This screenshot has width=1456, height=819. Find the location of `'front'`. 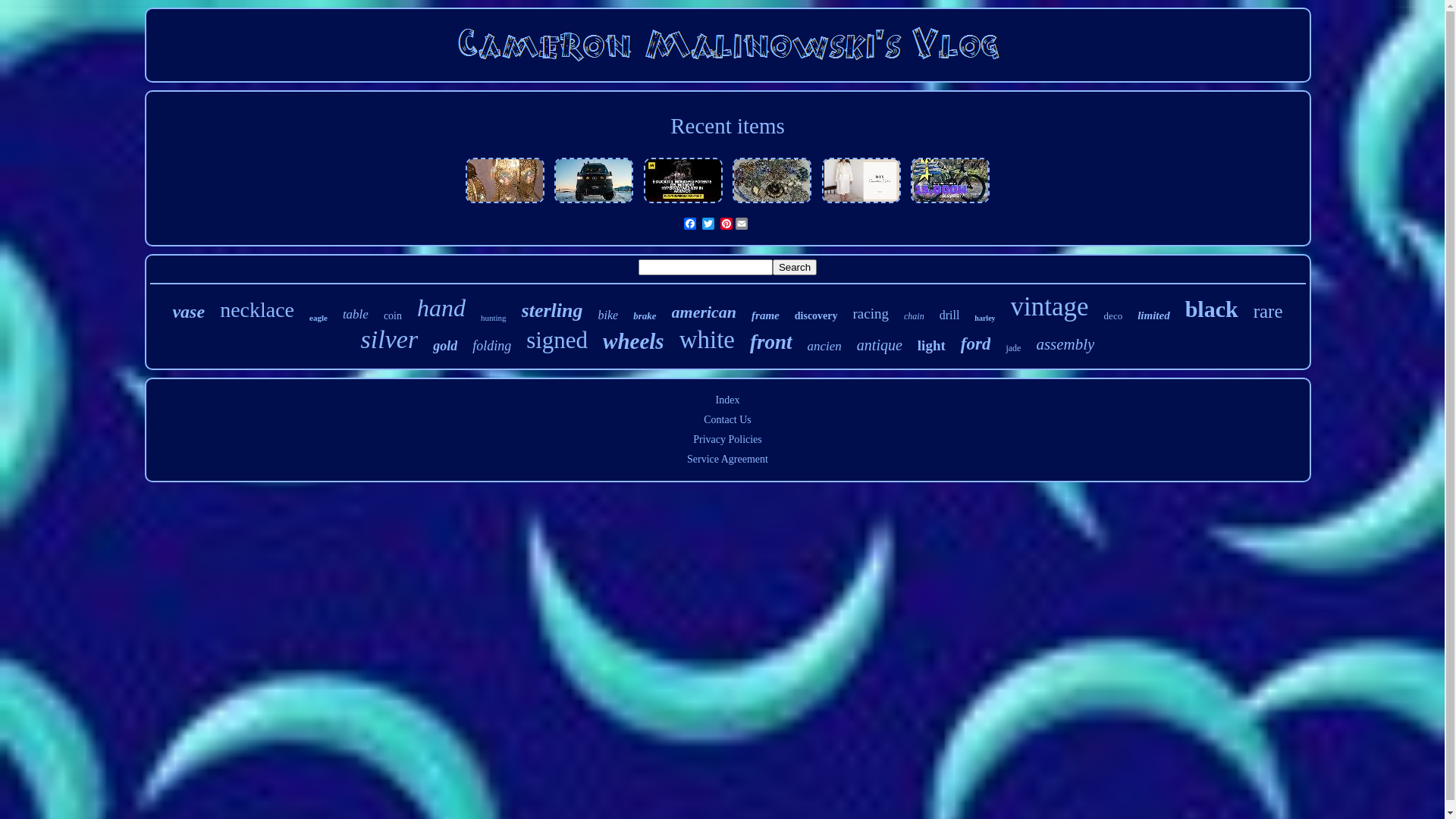

'front' is located at coordinates (771, 342).